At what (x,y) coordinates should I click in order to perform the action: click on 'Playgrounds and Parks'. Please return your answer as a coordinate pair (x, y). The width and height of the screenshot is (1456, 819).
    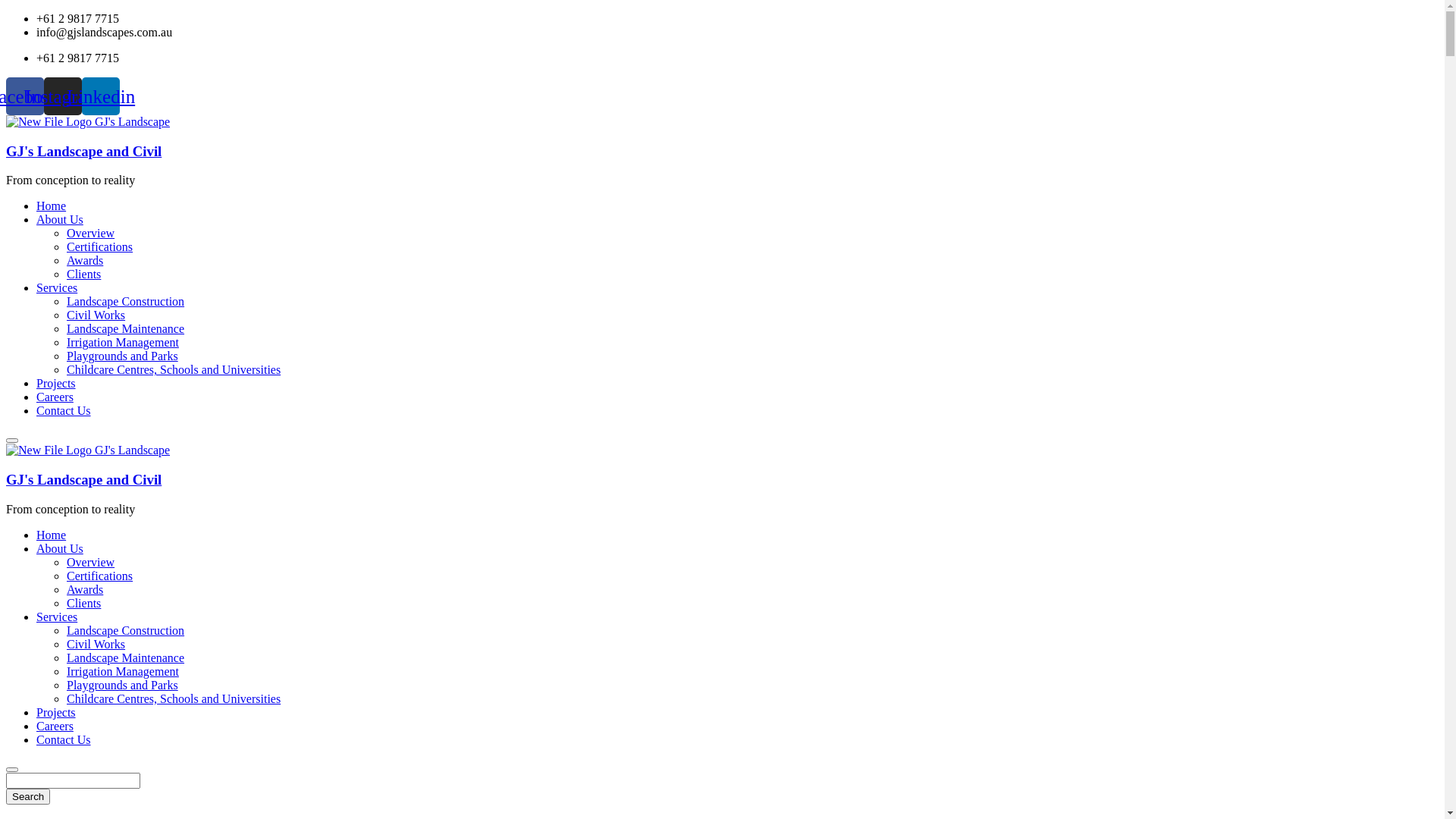
    Looking at the image, I should click on (122, 685).